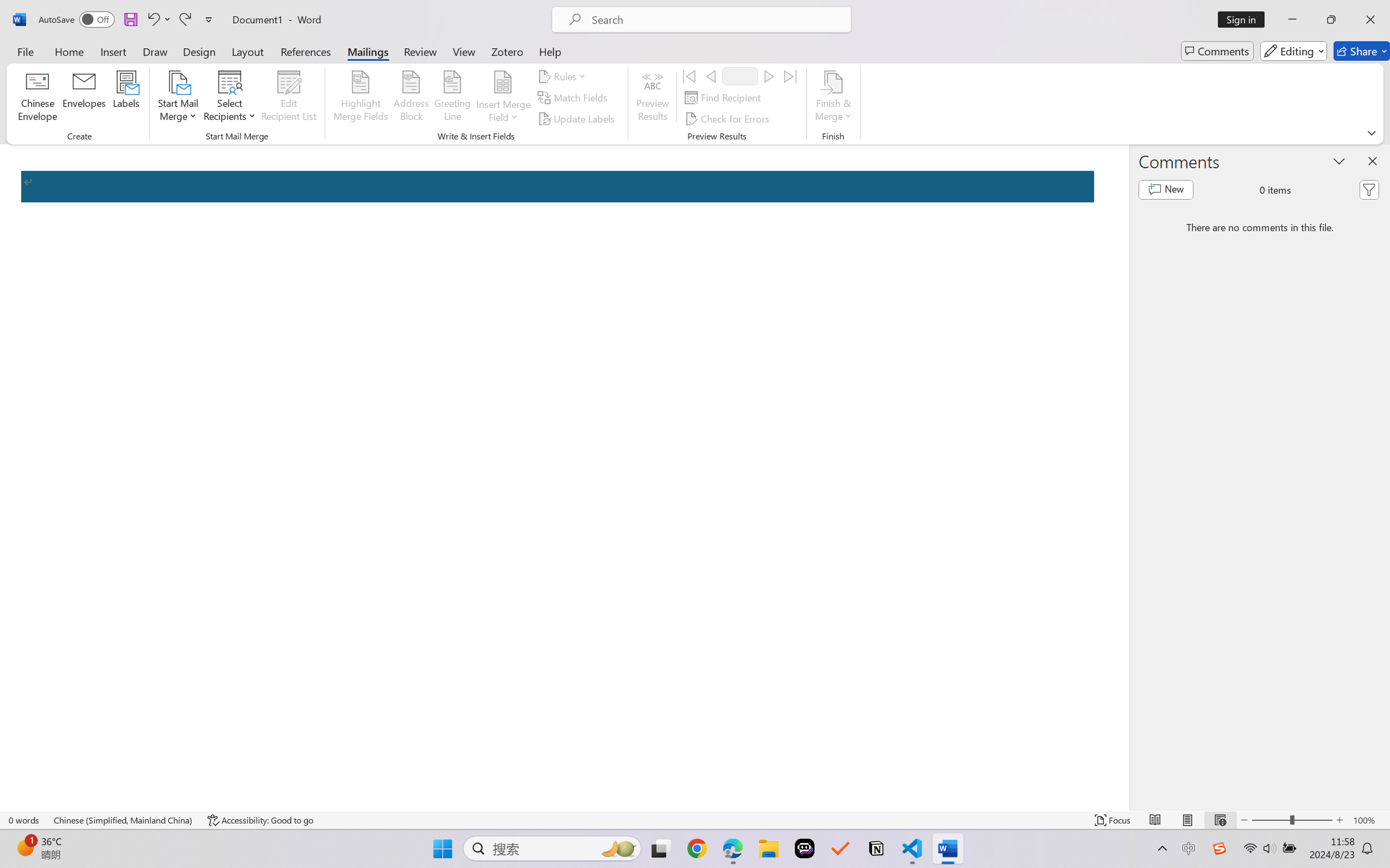 This screenshot has height=868, width=1390. I want to click on 'Match Fields...', so click(573, 98).